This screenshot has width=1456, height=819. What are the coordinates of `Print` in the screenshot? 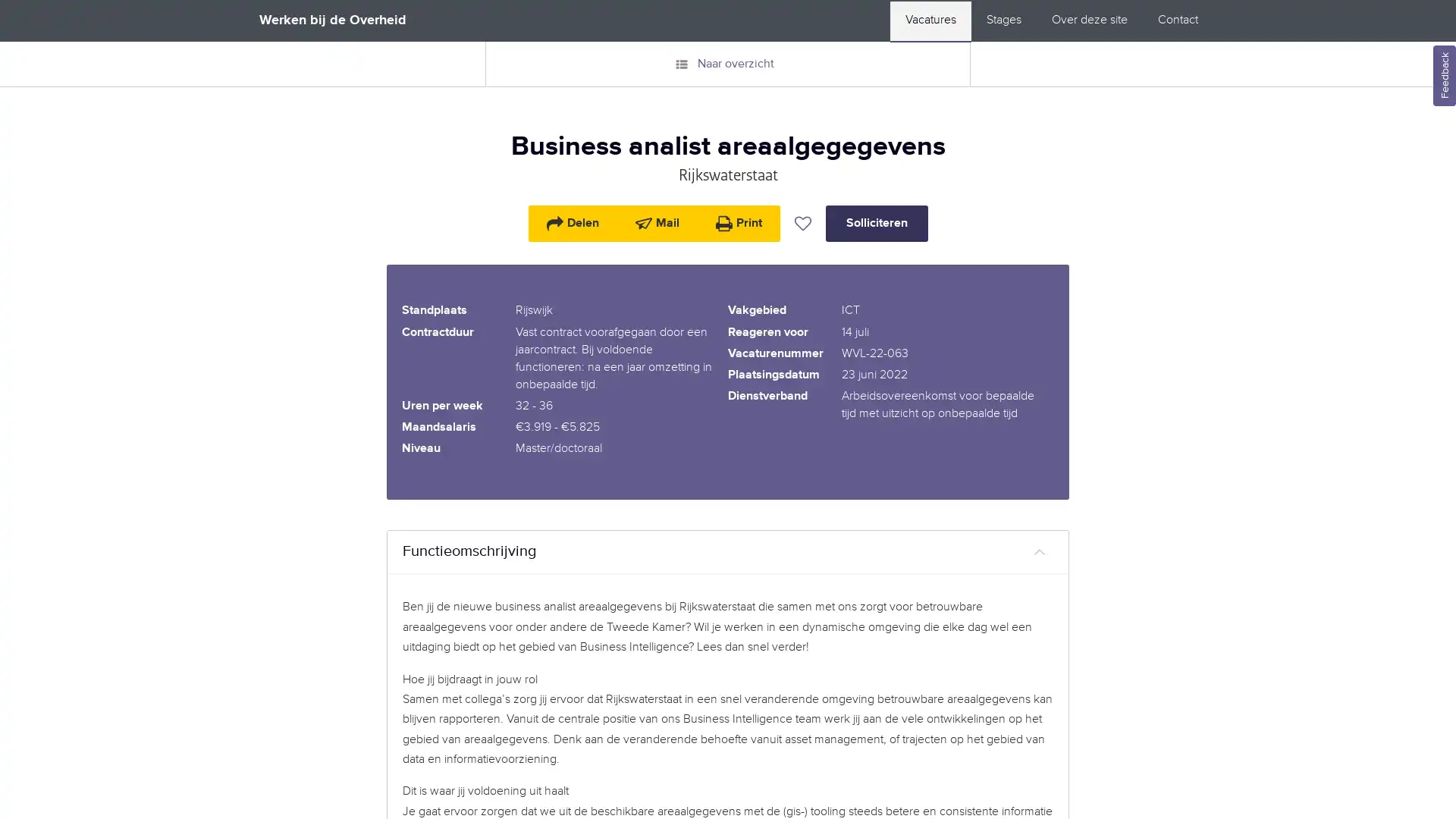 It's located at (738, 223).